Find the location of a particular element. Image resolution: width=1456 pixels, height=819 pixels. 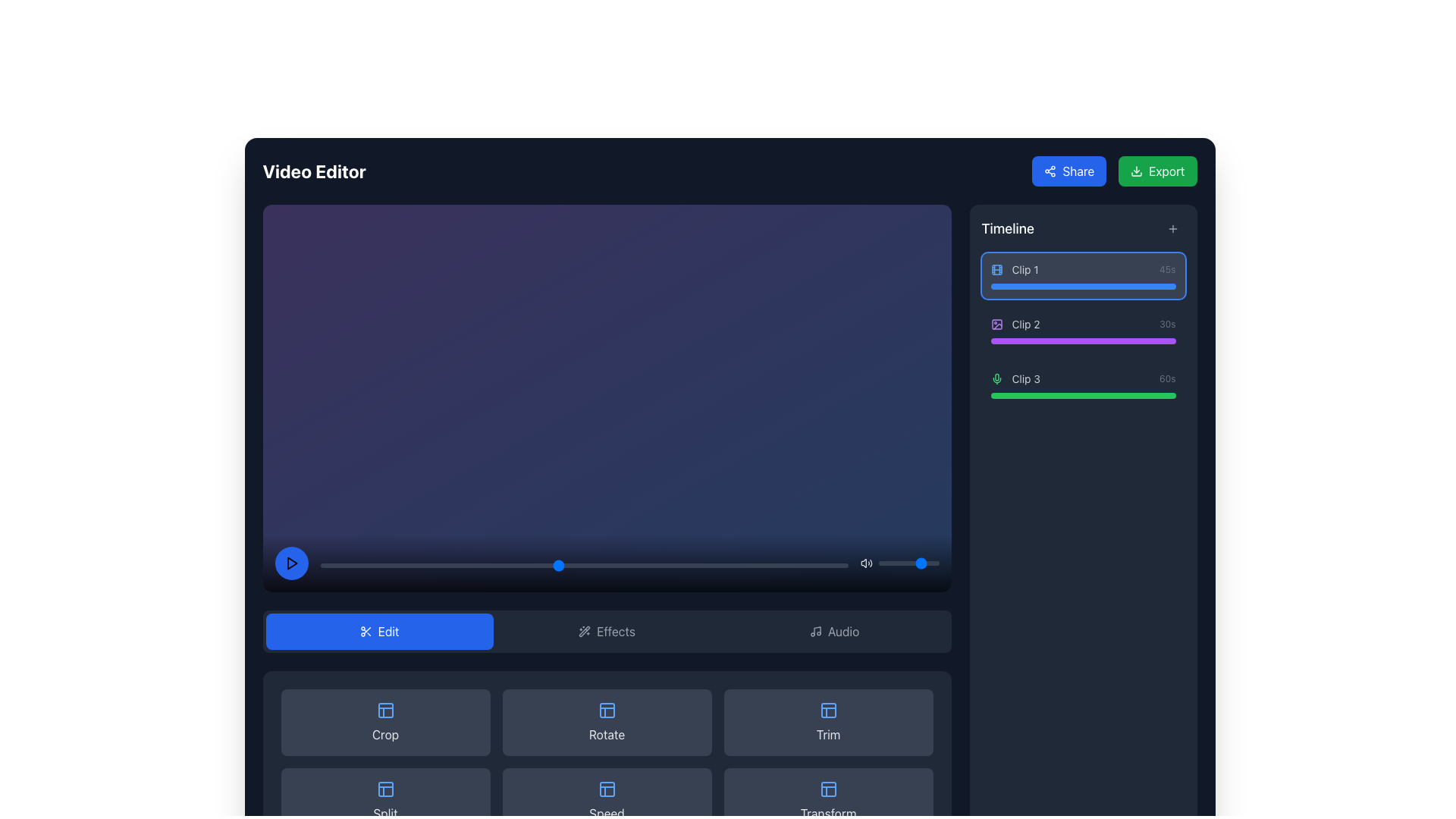

the volume control icon, which is styled as a speaker with sound waves, to change volume settings is located at coordinates (866, 563).